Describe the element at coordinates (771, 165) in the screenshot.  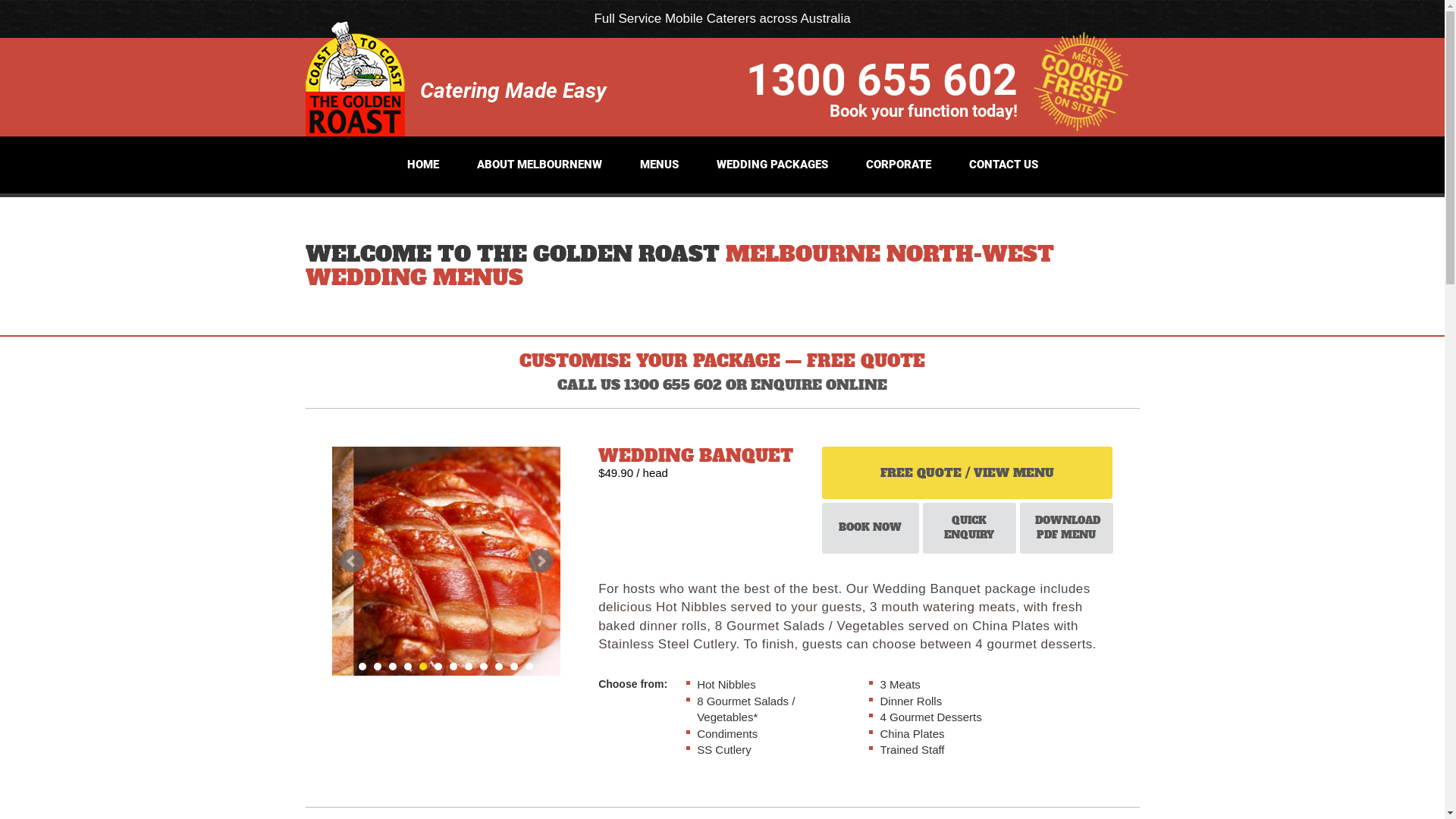
I see `'WEDDING PACKAGES'` at that location.